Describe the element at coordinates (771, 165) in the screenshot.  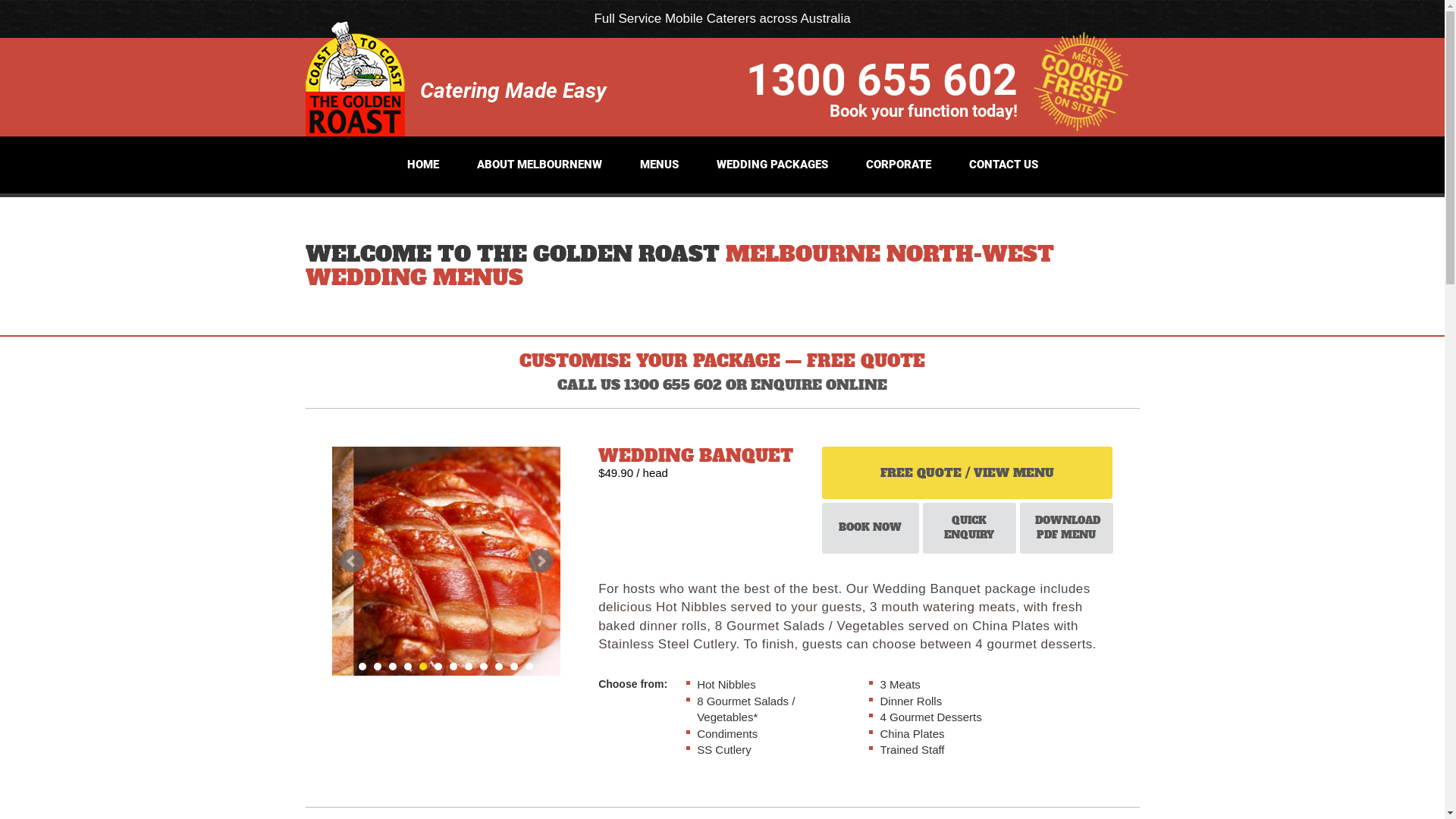
I see `'WEDDING PACKAGES'` at that location.